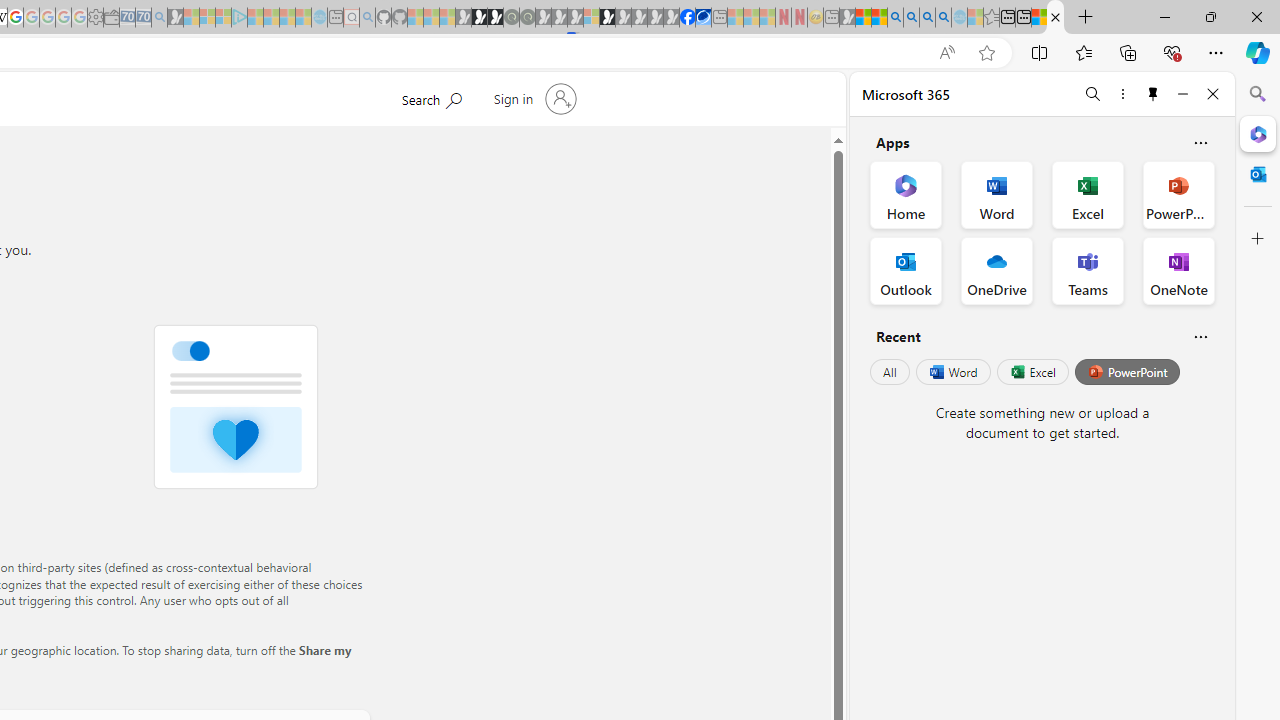  What do you see at coordinates (703, 17) in the screenshot?
I see `'AirNow.gov'` at bounding box center [703, 17].